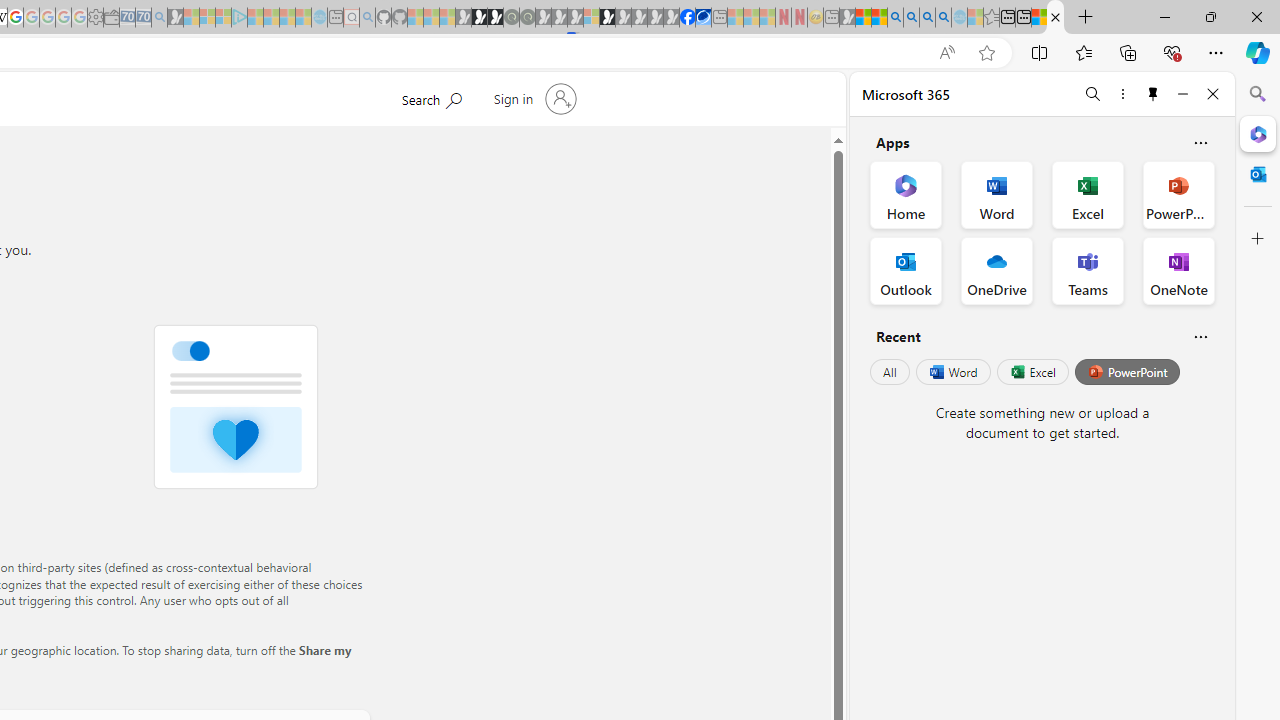  What do you see at coordinates (703, 17) in the screenshot?
I see `'AirNow.gov'` at bounding box center [703, 17].